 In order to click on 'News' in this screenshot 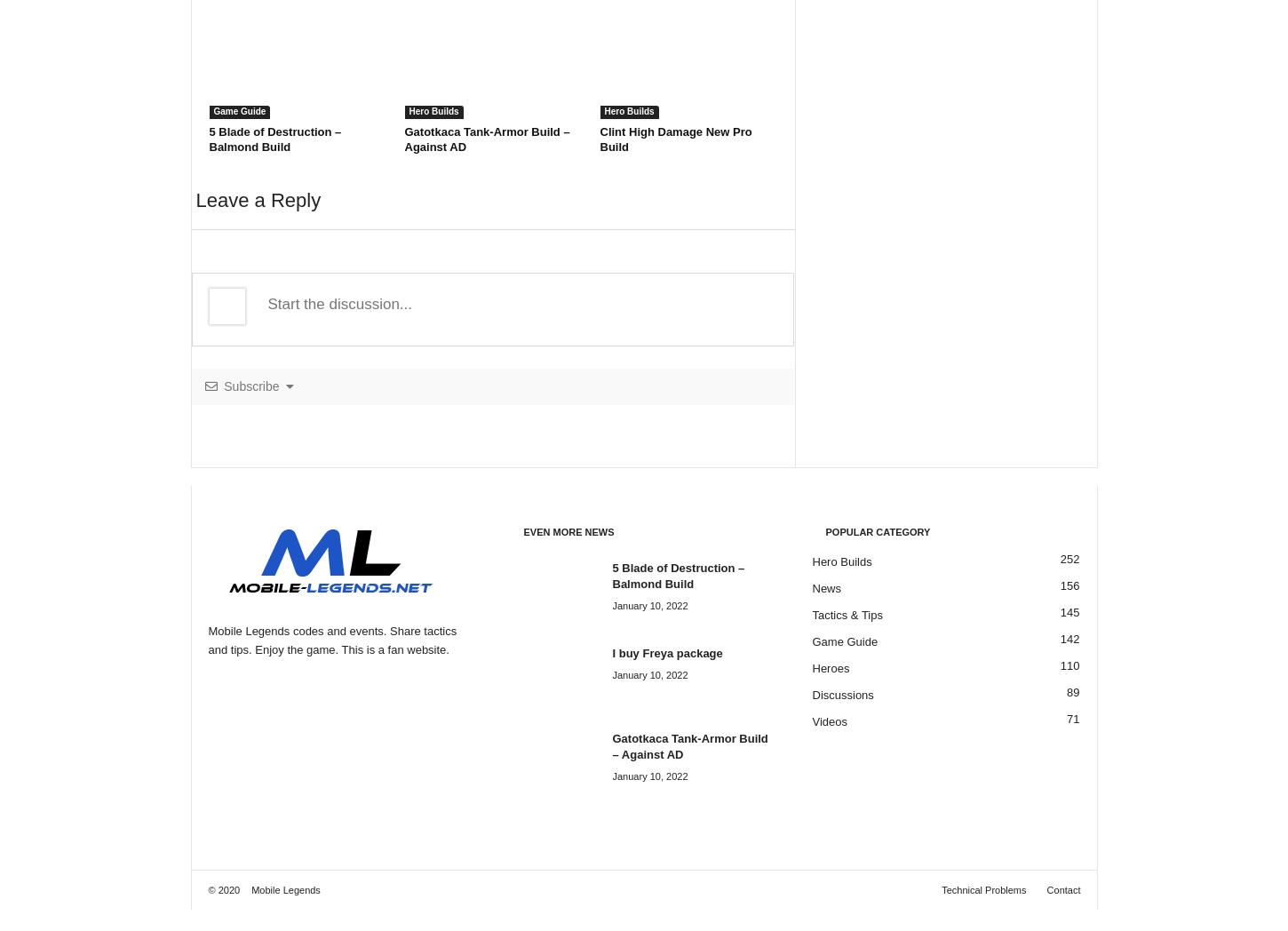, I will do `click(825, 588)`.